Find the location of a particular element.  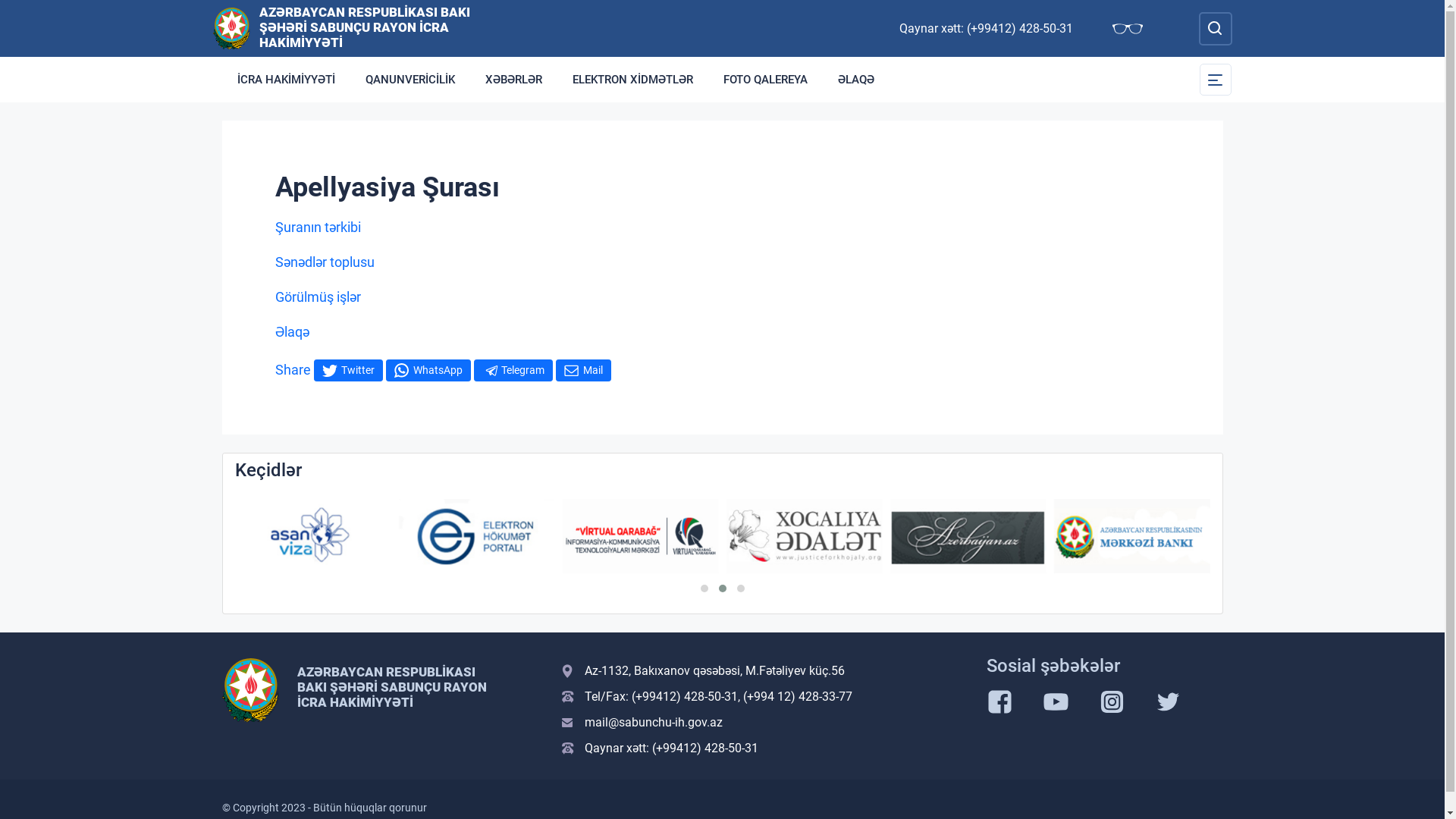

'FOTO QALEREYA' is located at coordinates (765, 79).